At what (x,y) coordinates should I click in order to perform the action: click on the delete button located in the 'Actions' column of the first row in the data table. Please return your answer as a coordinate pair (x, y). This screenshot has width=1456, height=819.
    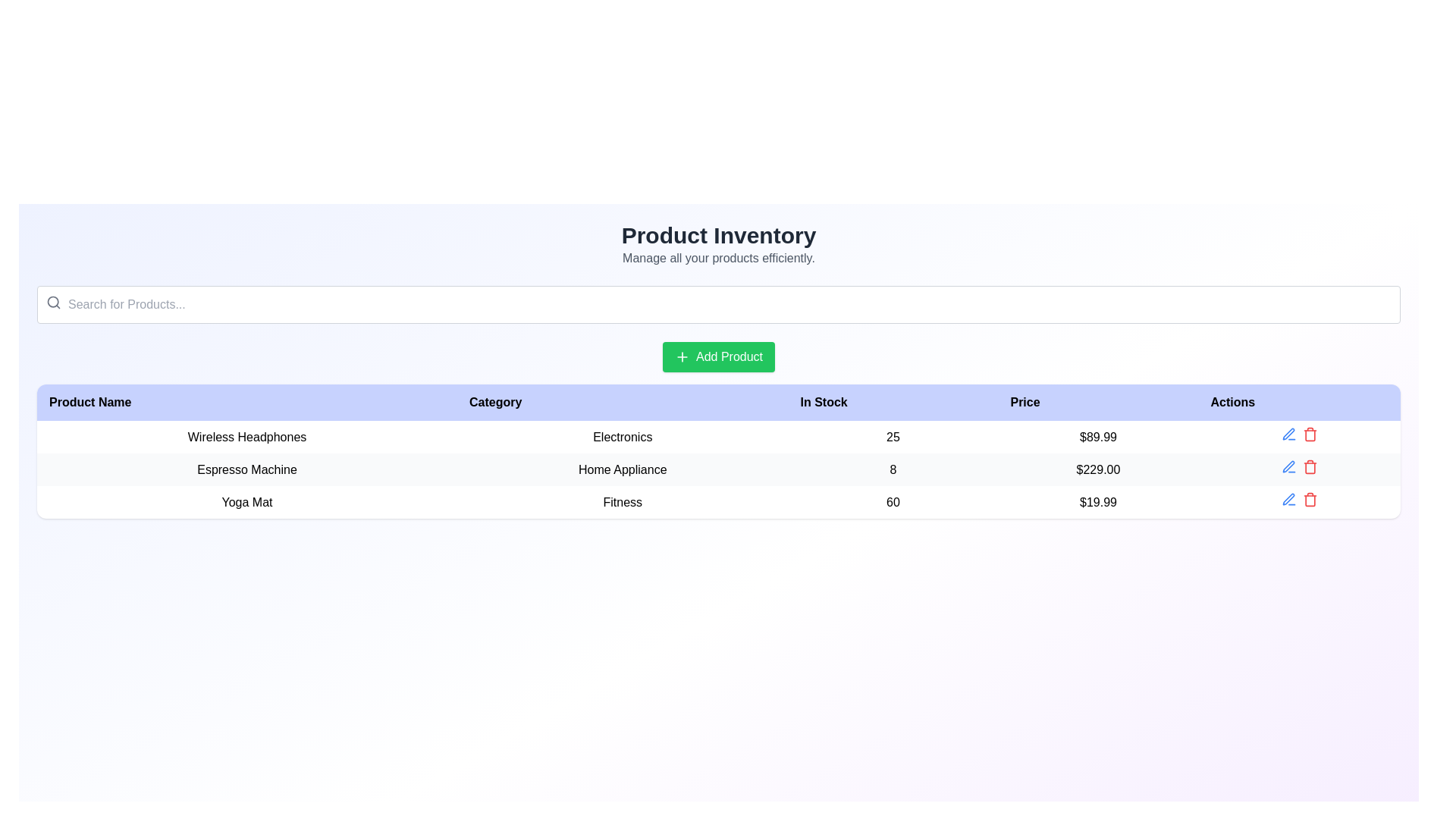
    Looking at the image, I should click on (1309, 435).